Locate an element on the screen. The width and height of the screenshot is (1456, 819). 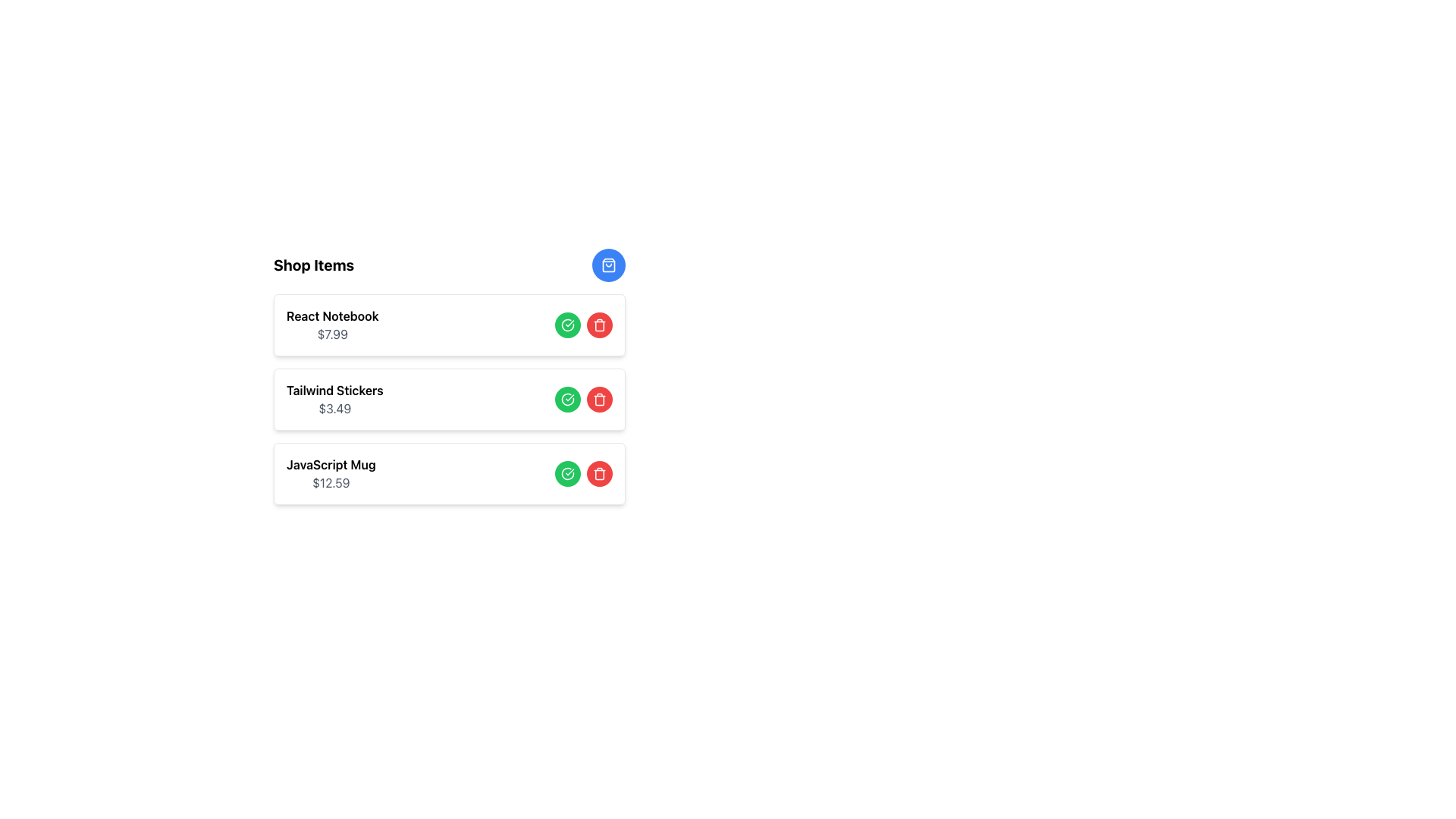
the first green circular button to mark the 'React Notebook' item as completed for keyboard navigation is located at coordinates (566, 324).